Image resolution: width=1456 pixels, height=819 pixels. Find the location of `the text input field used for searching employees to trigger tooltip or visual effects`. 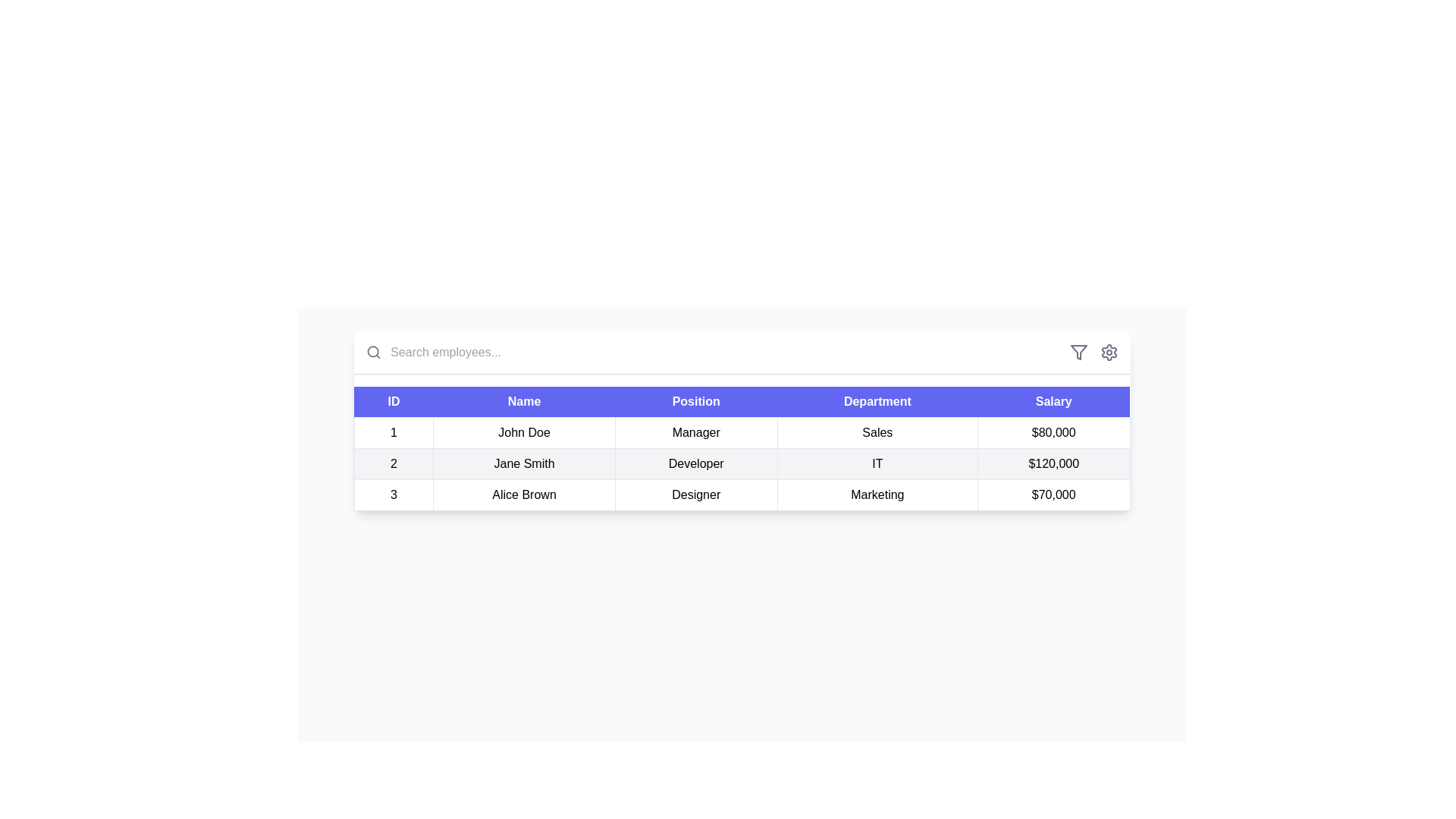

the text input field used for searching employees to trigger tooltip or visual effects is located at coordinates (466, 353).